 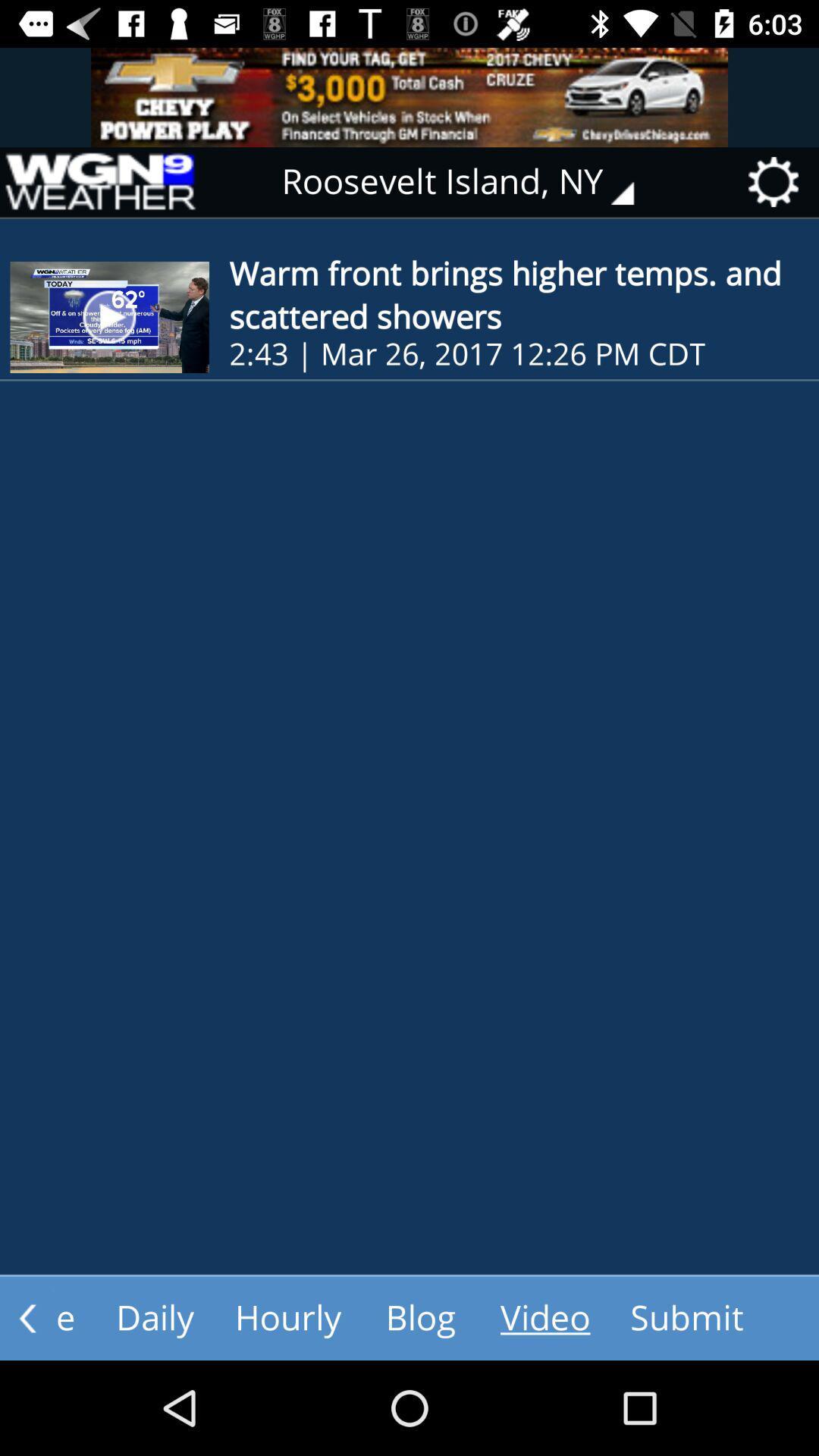 I want to click on the arrow_backward icon, so click(x=27, y=1317).